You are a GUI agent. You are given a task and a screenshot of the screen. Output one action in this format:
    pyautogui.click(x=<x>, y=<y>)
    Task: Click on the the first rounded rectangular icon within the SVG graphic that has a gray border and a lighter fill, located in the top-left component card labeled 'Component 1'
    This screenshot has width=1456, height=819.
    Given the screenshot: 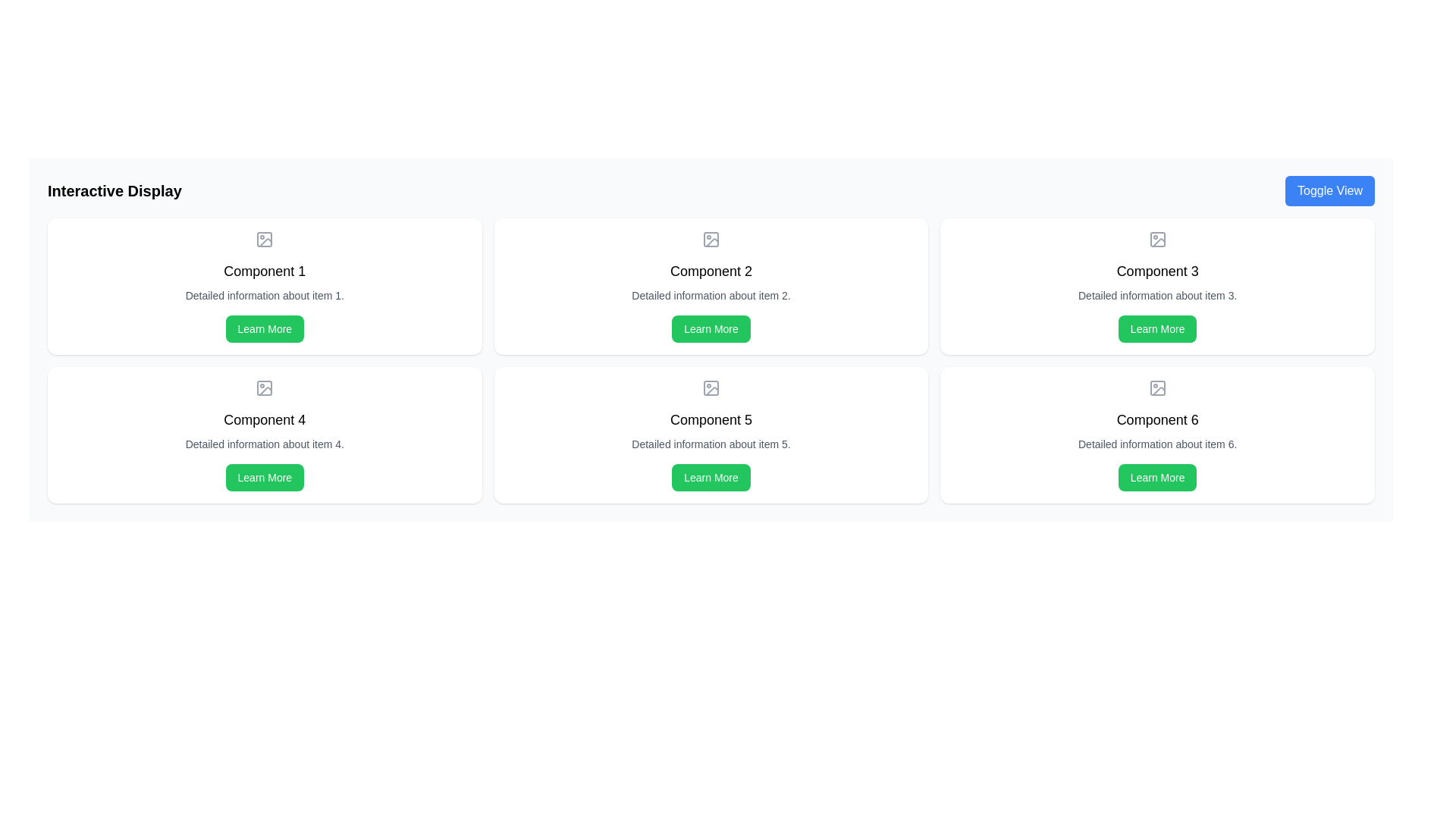 What is the action you would take?
    pyautogui.click(x=265, y=239)
    